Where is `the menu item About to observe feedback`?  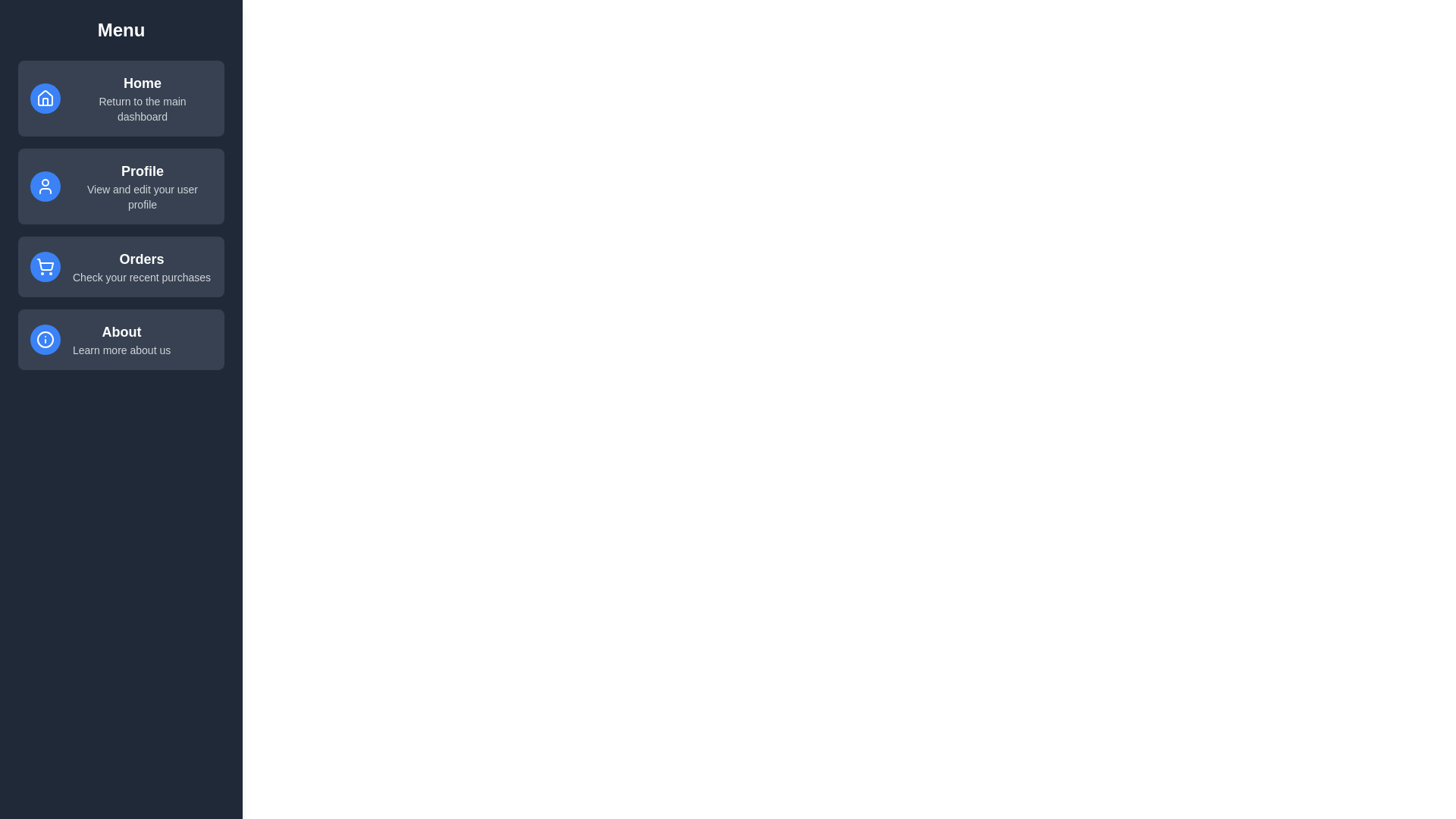 the menu item About to observe feedback is located at coordinates (120, 338).